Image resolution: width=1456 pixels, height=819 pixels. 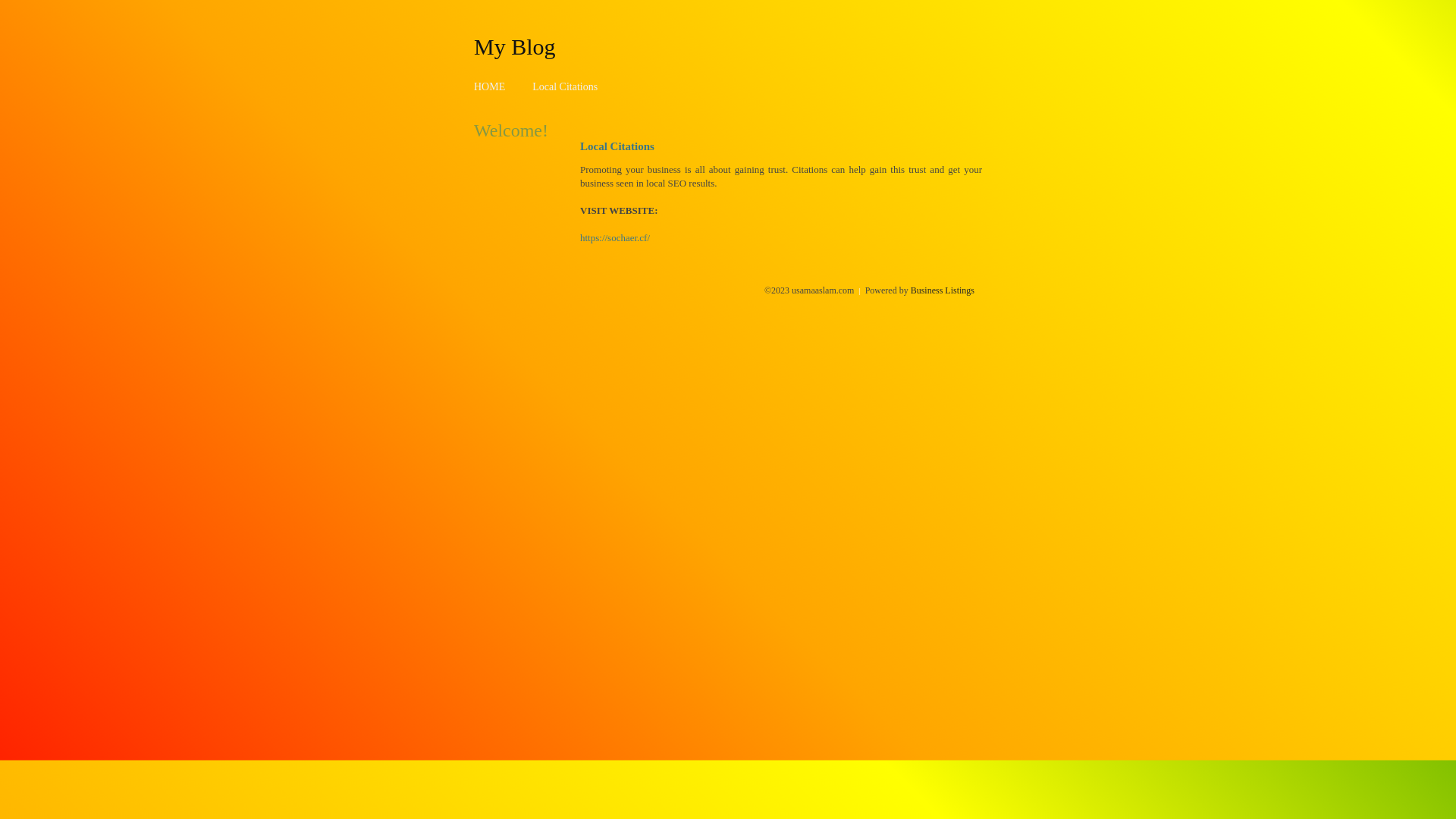 I want to click on 'Local Citations', so click(x=563, y=86).